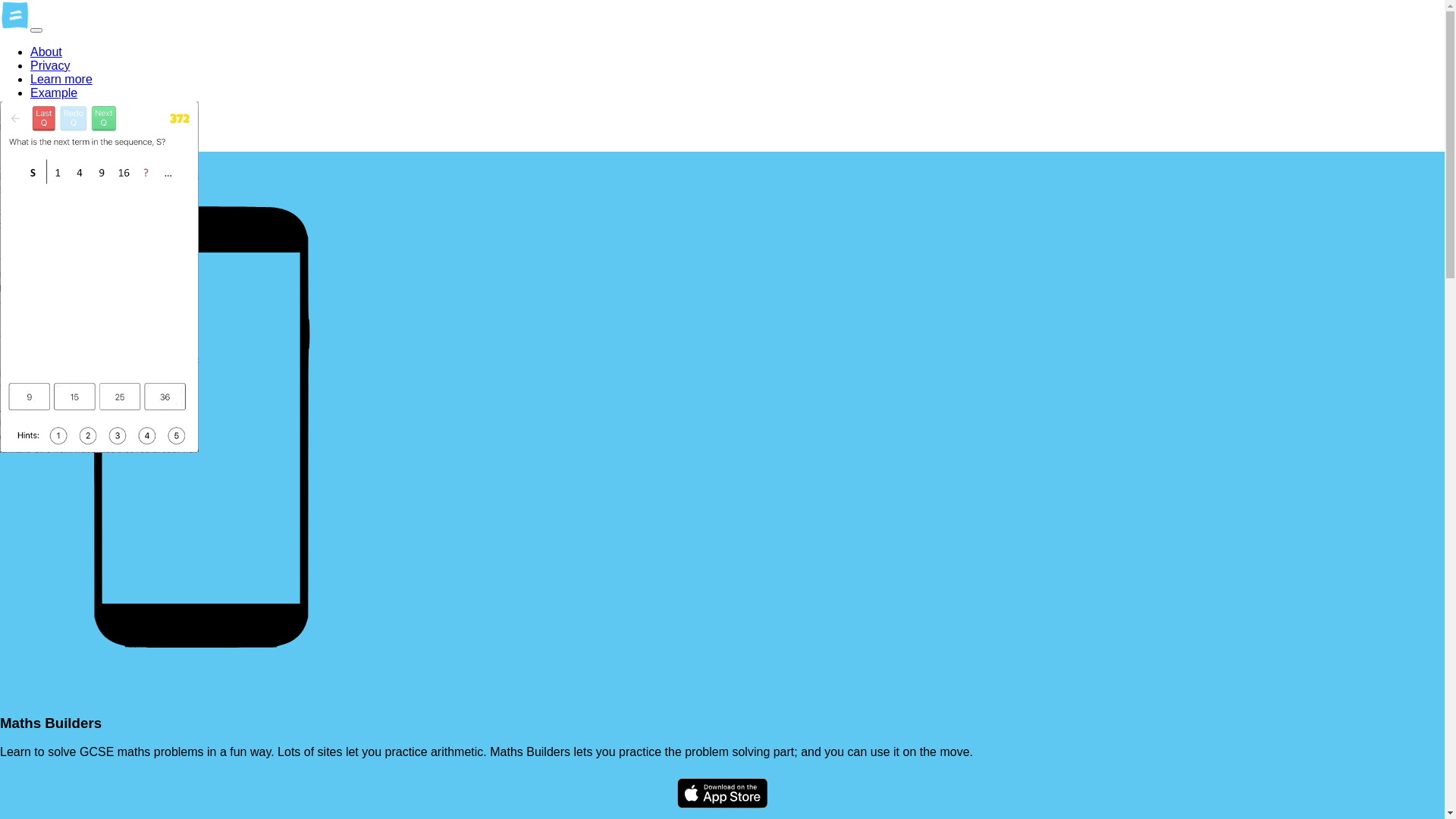 This screenshot has height=819, width=1456. What do you see at coordinates (55, 105) in the screenshot?
I see `'Show me'` at bounding box center [55, 105].